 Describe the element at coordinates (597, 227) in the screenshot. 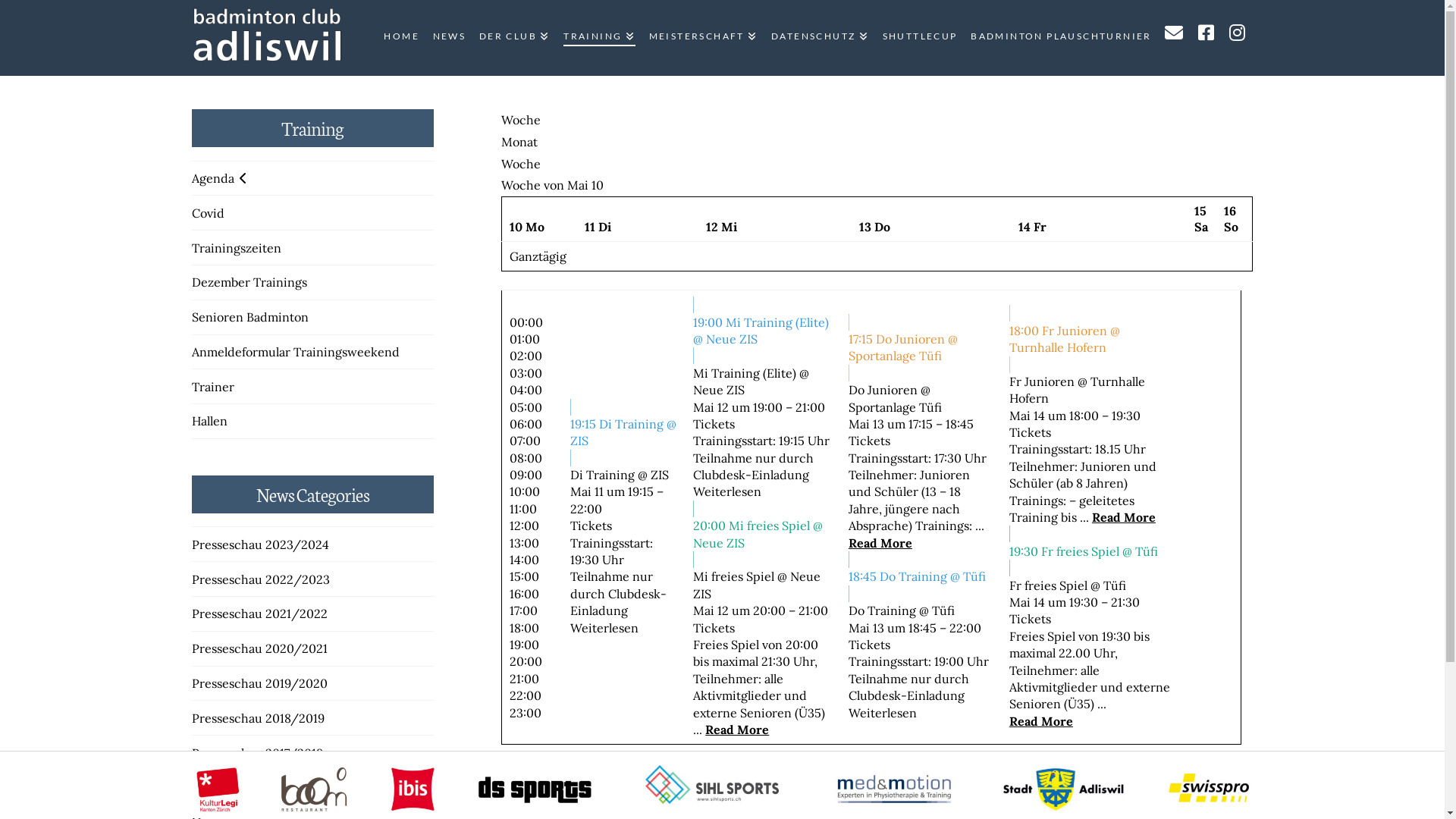

I see `'11 Di'` at that location.